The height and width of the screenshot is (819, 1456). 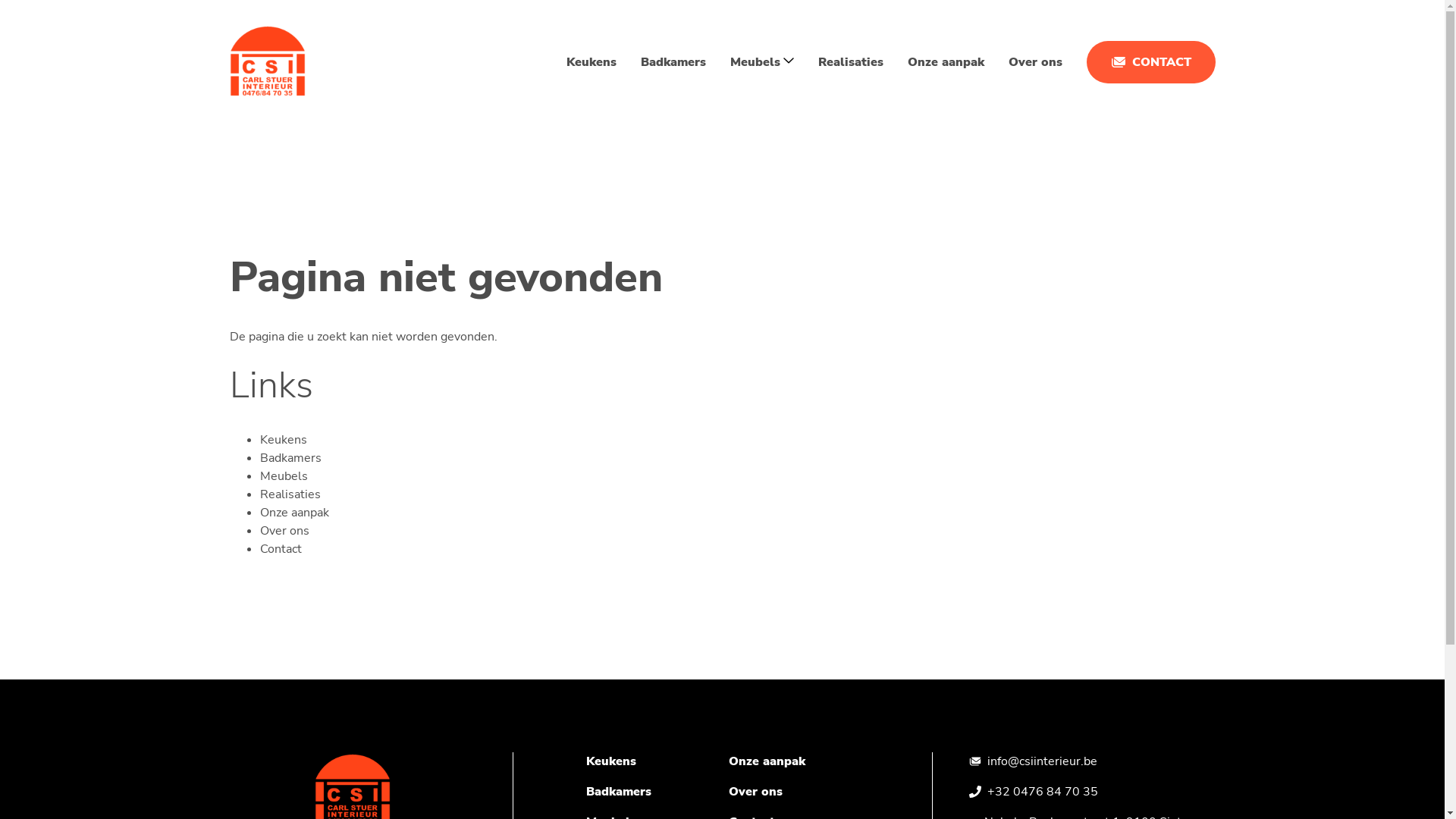 What do you see at coordinates (259, 475) in the screenshot?
I see `'Meubels'` at bounding box center [259, 475].